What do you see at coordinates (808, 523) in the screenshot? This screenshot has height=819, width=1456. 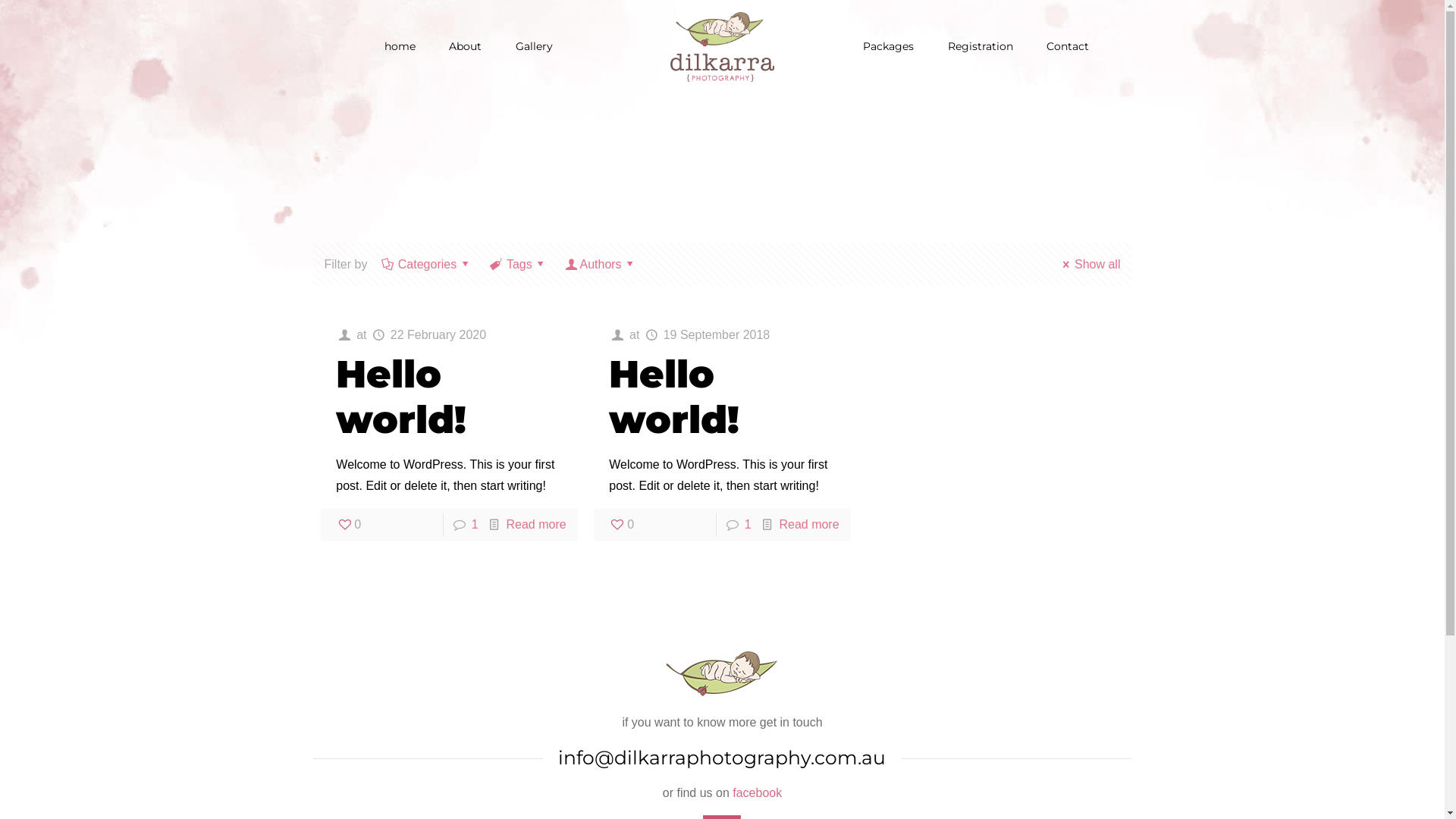 I see `'Read more'` at bounding box center [808, 523].